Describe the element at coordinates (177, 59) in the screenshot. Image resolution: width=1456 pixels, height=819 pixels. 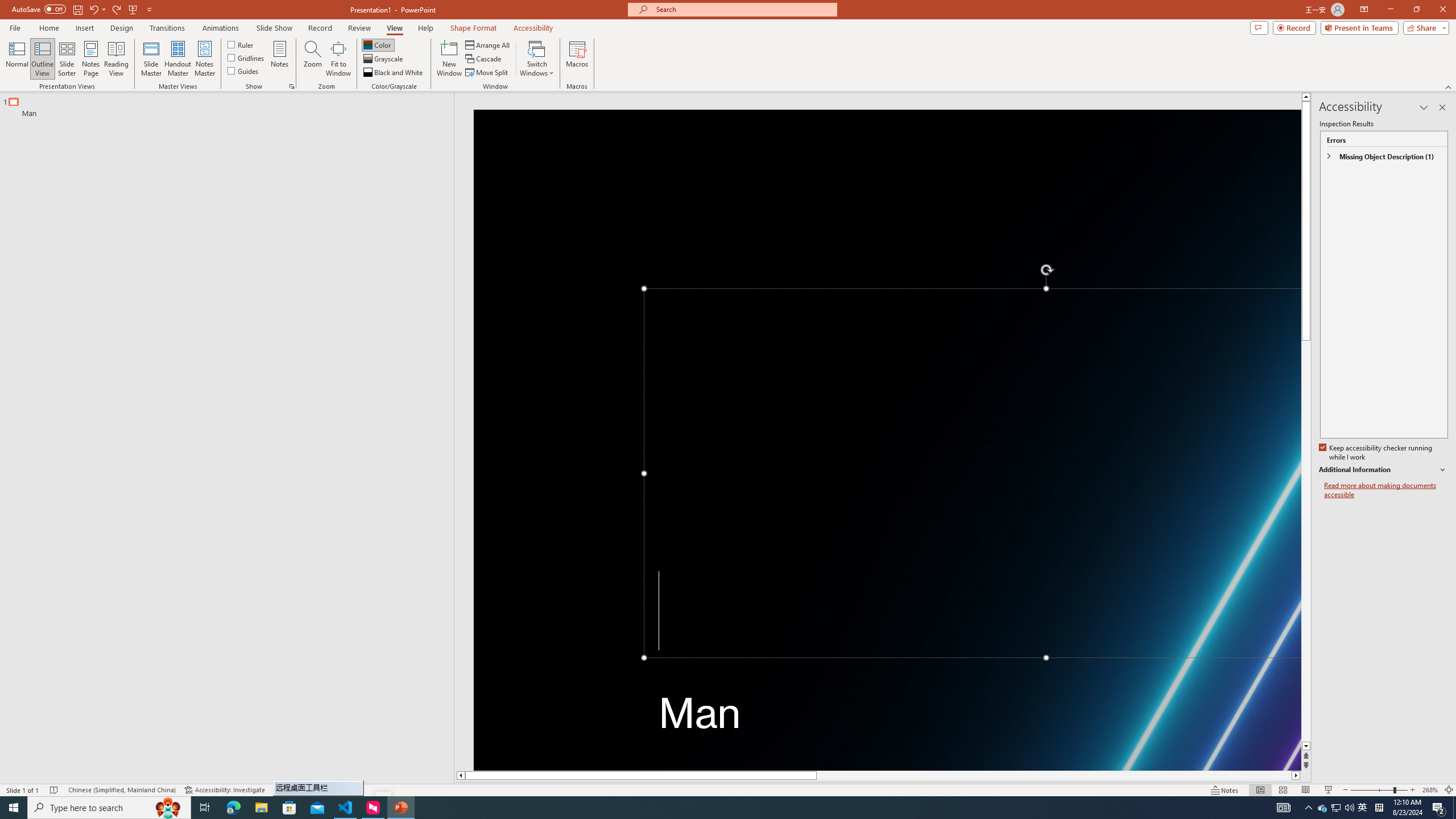
I see `'Handout Master'` at that location.